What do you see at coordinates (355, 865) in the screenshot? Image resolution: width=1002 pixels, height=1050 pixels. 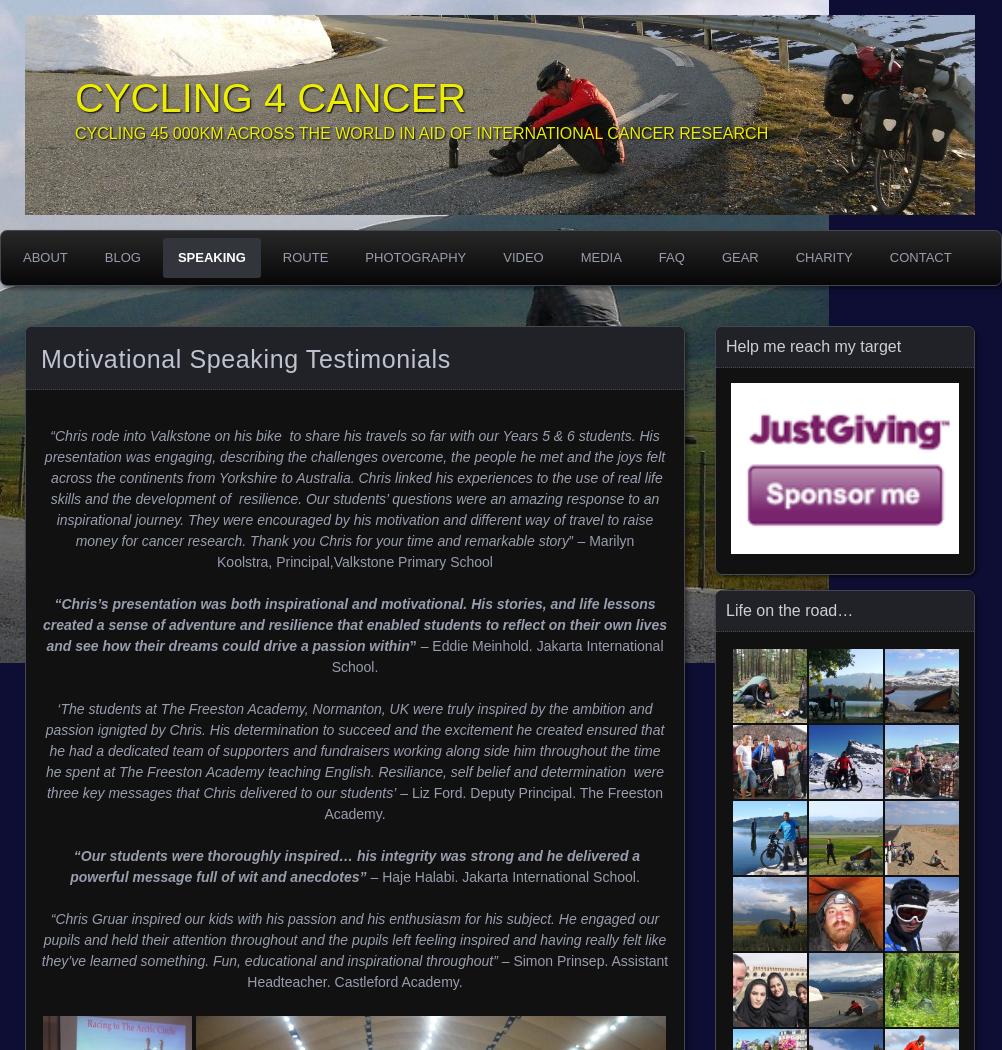 I see `'“Our students were thoroughly inspired… his integrity was strong and he delivered a powerful message full of wit and anecdotes”'` at bounding box center [355, 865].